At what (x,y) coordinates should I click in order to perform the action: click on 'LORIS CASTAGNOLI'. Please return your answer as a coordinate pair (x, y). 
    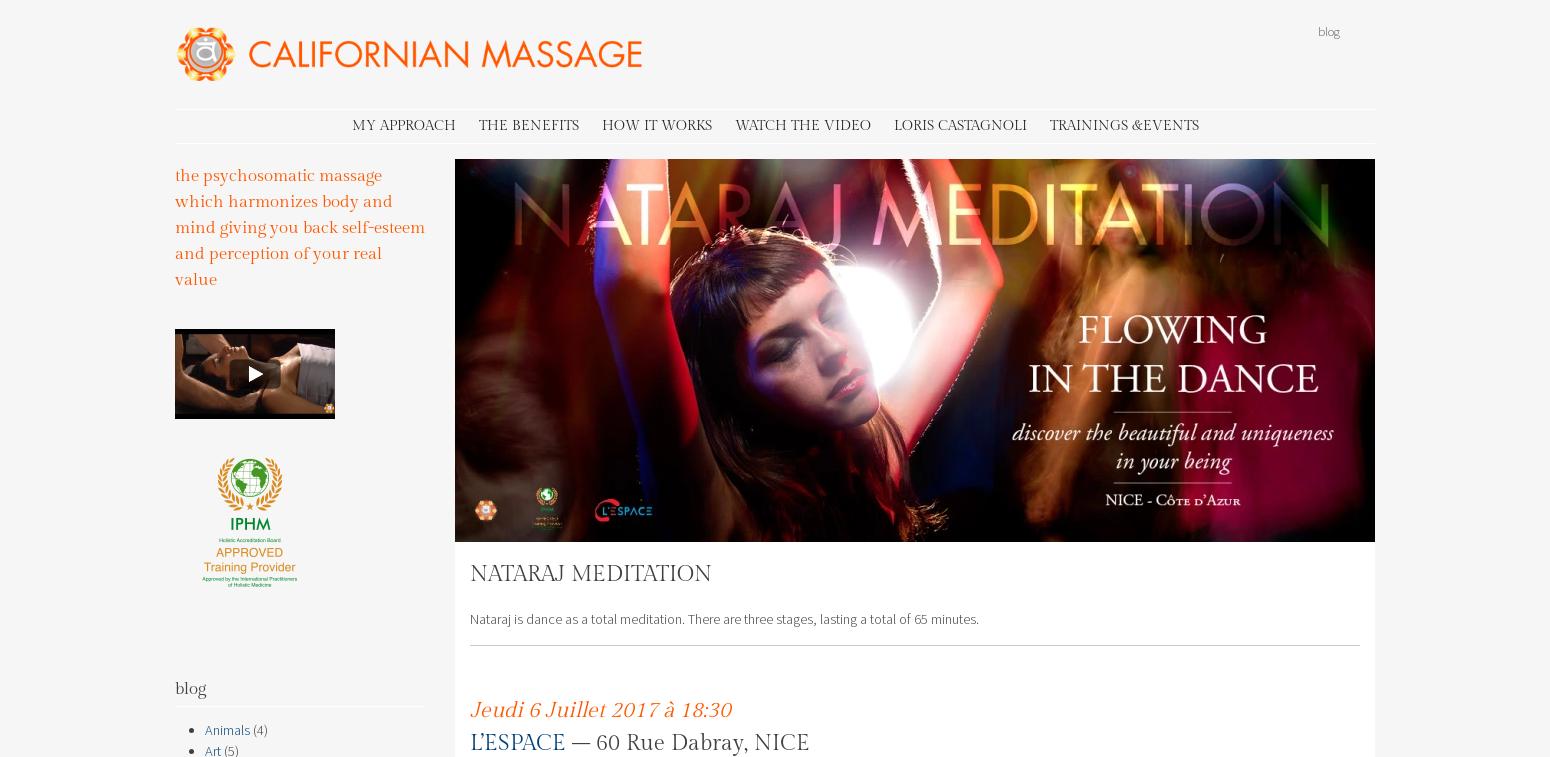
    Looking at the image, I should click on (958, 123).